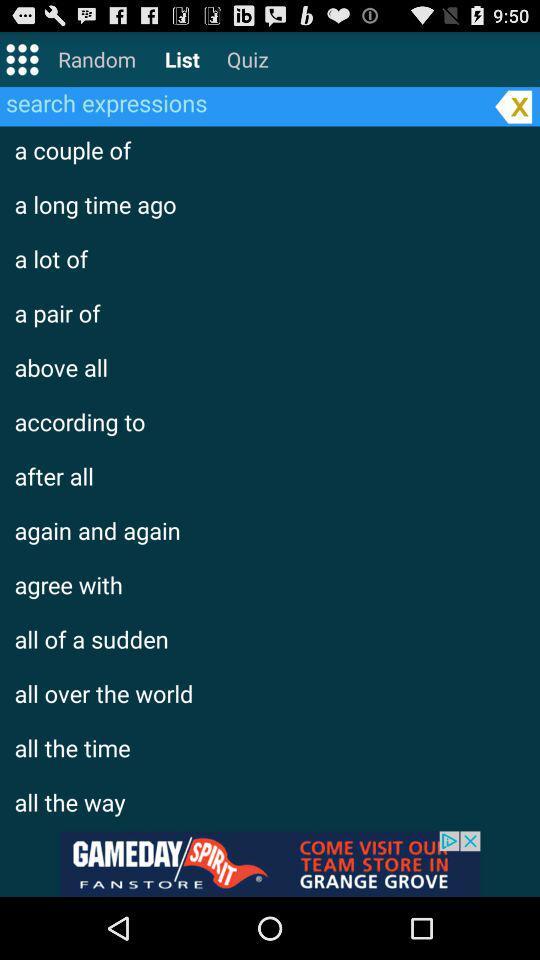  Describe the element at coordinates (21, 58) in the screenshot. I see `open menu` at that location.